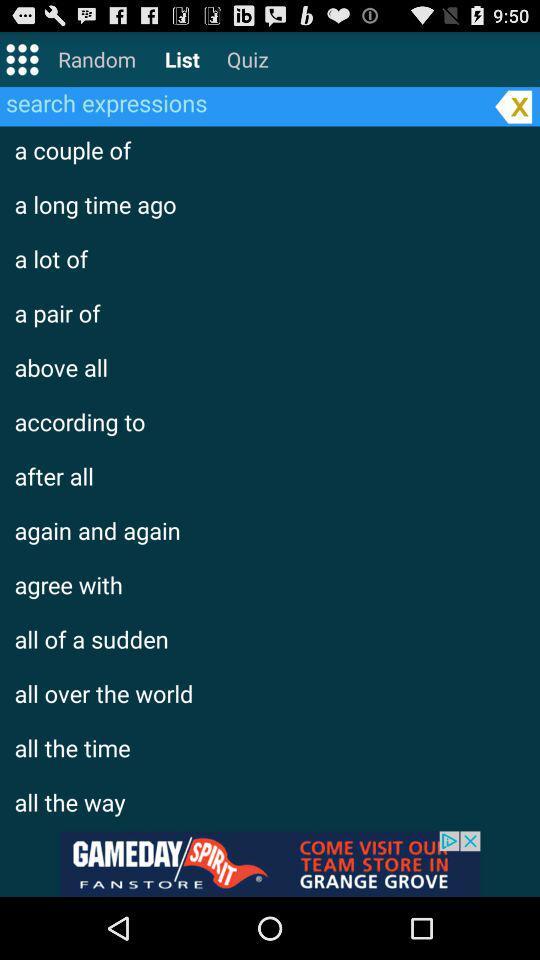  Describe the element at coordinates (21, 58) in the screenshot. I see `open menu` at that location.